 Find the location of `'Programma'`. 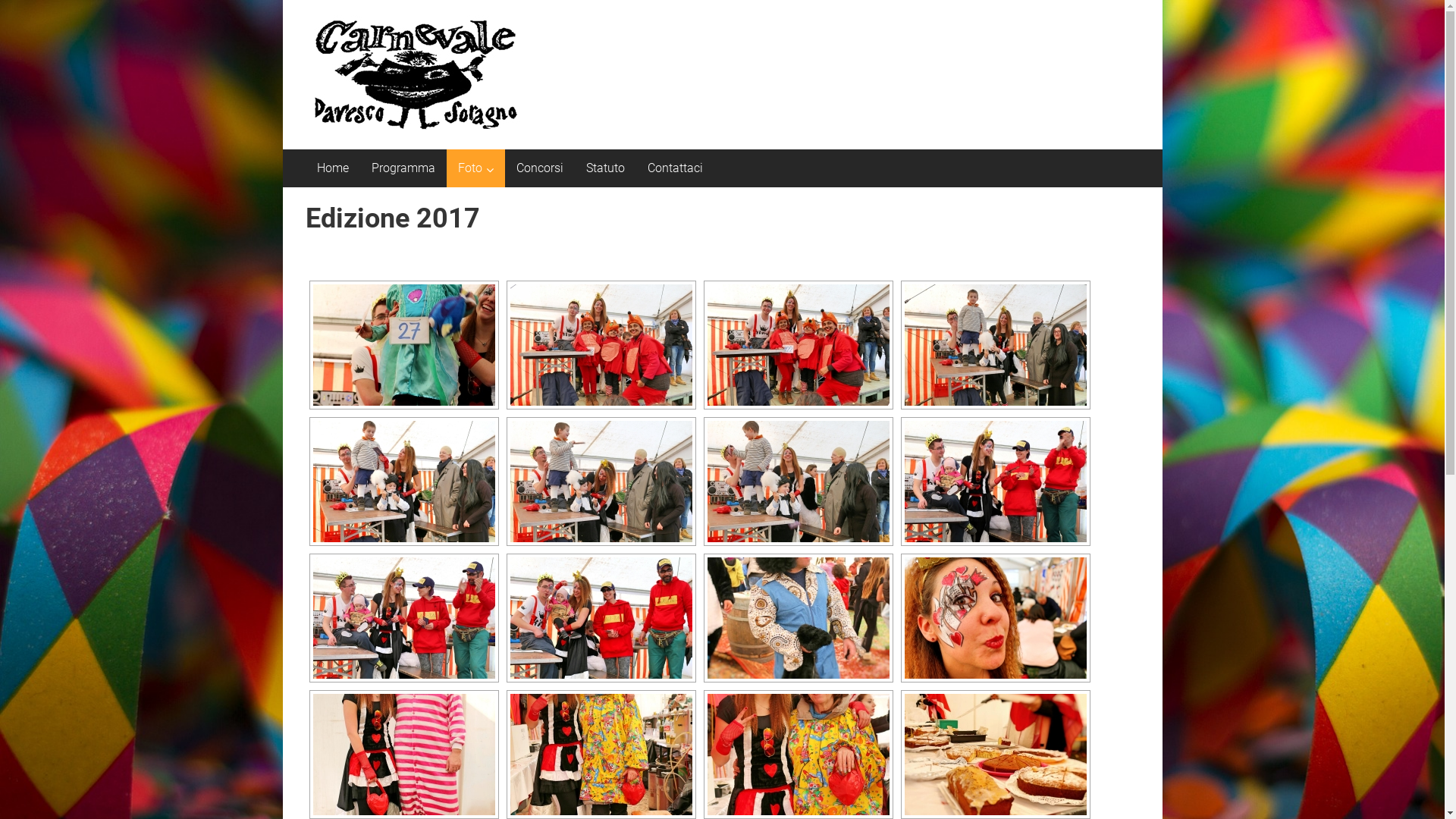

'Programma' is located at coordinates (403, 168).